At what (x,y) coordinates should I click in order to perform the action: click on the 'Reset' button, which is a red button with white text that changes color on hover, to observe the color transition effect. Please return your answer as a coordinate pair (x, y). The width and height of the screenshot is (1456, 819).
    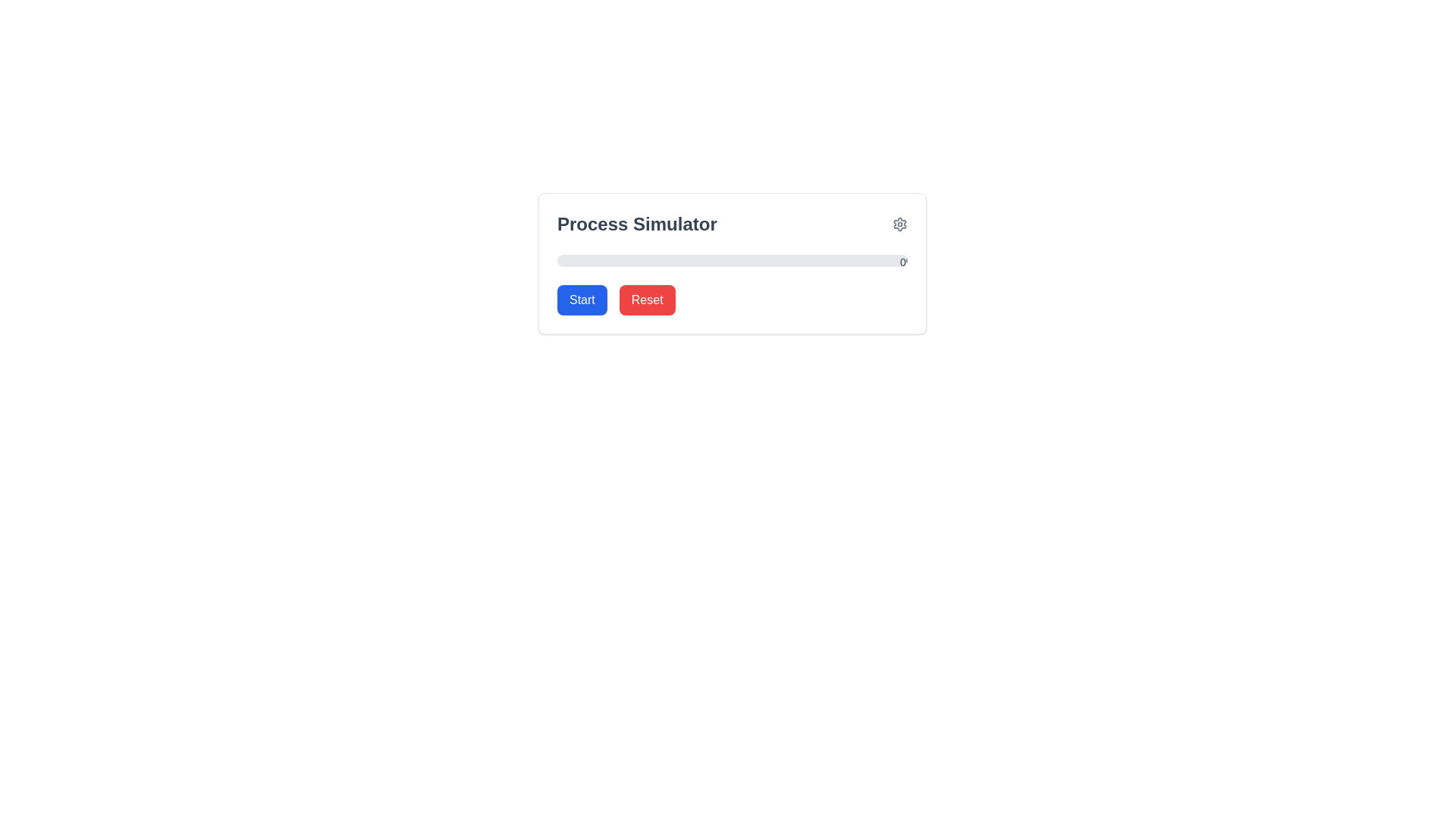
    Looking at the image, I should click on (647, 300).